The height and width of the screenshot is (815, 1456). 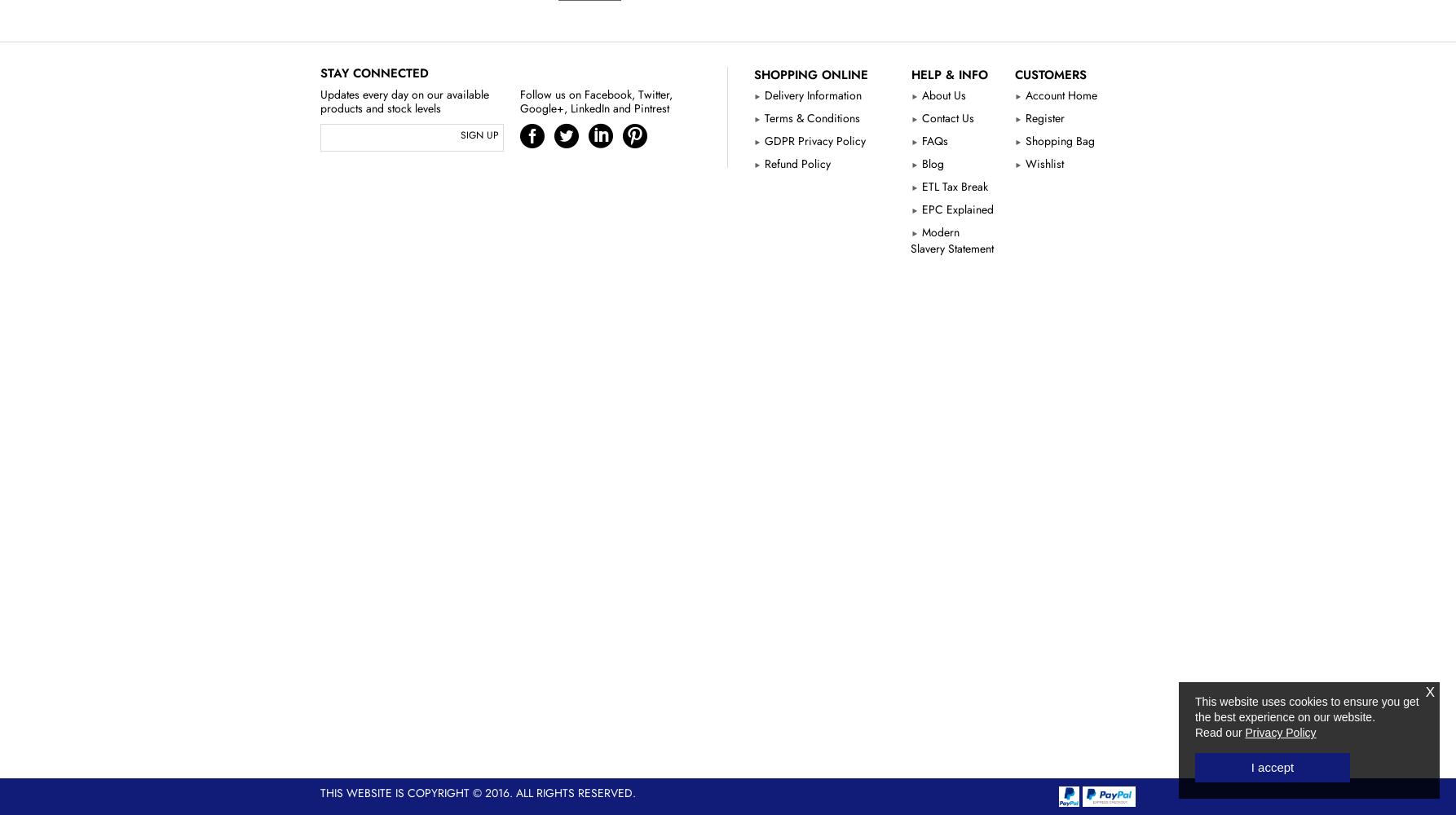 What do you see at coordinates (810, 73) in the screenshot?
I see `'SHOPPING ONLINE'` at bounding box center [810, 73].